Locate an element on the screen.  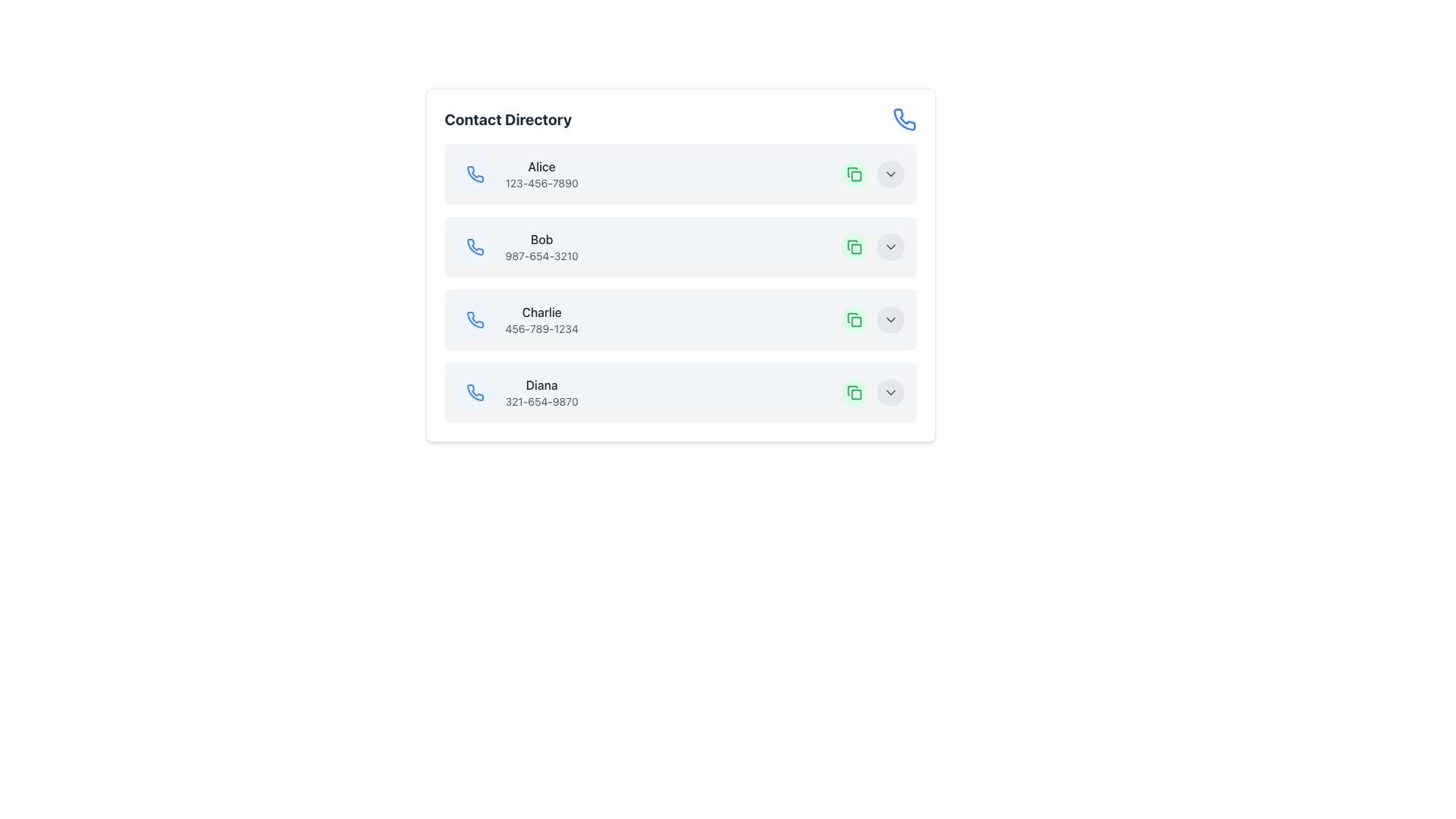
the Text Label that identifies the contact name above the phone number '456-789-1234' is located at coordinates (541, 312).